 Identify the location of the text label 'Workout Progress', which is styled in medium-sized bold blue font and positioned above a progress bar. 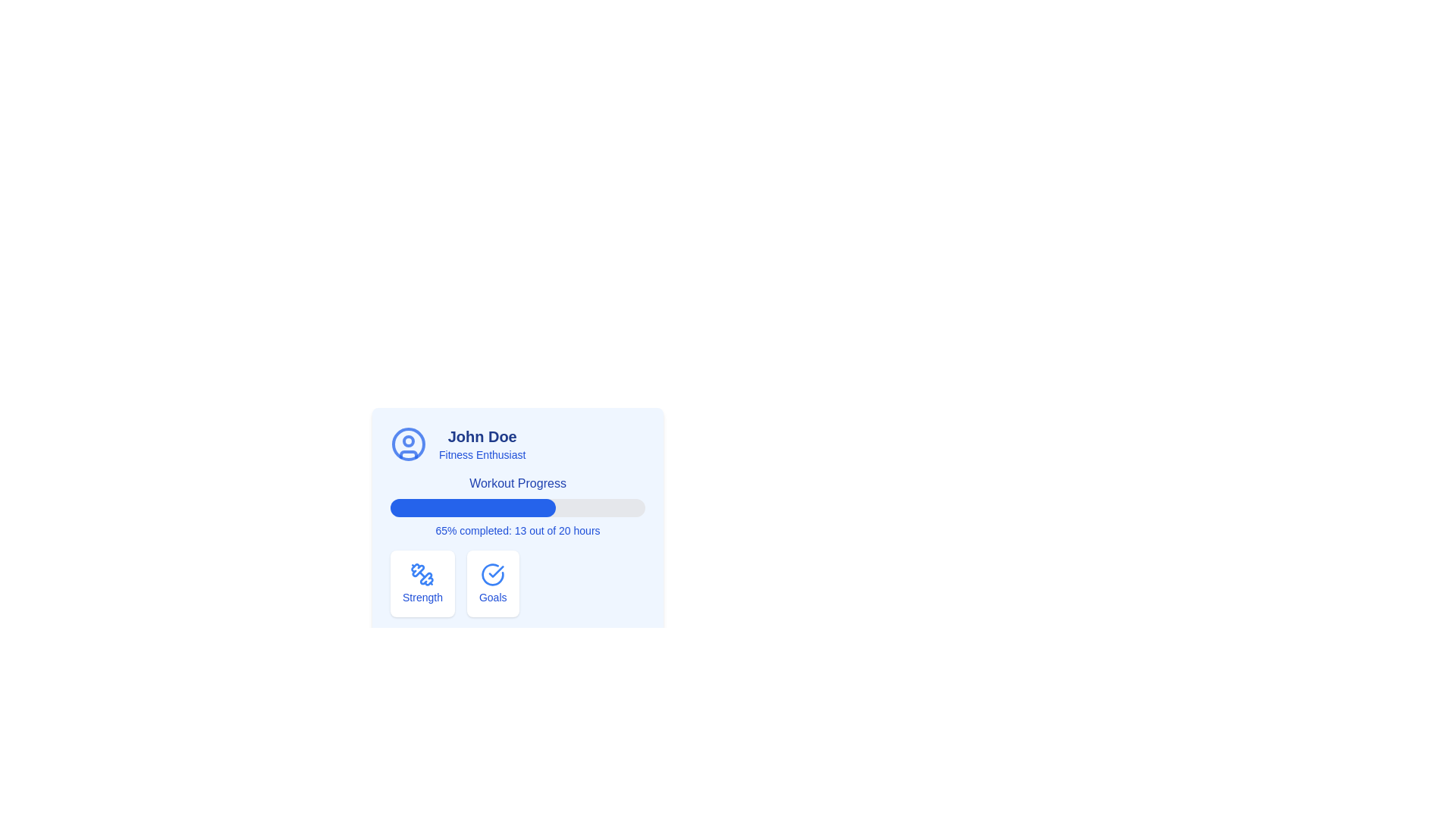
(517, 483).